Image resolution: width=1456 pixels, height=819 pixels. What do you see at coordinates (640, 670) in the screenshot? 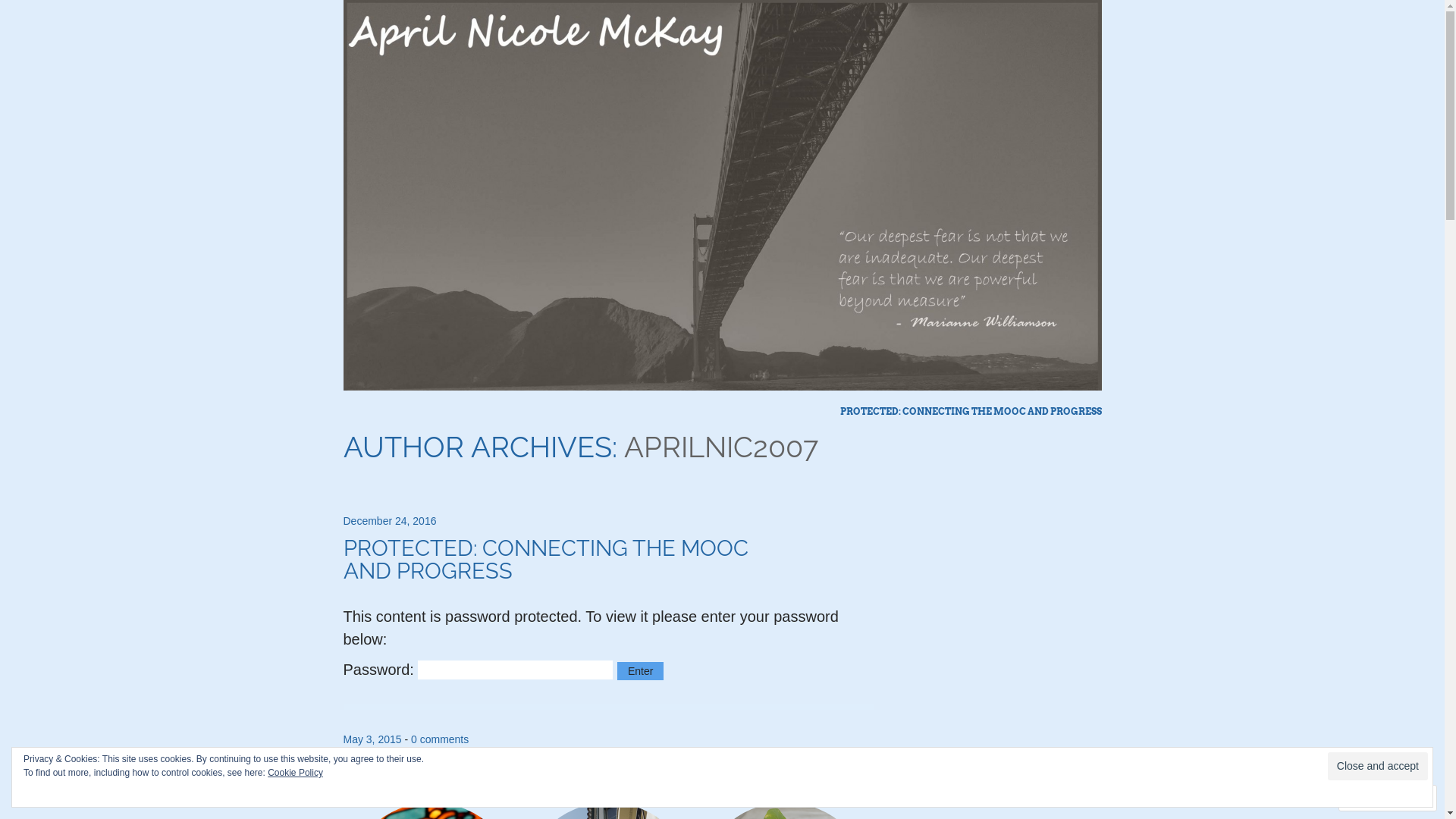
I see `'Enter'` at bounding box center [640, 670].